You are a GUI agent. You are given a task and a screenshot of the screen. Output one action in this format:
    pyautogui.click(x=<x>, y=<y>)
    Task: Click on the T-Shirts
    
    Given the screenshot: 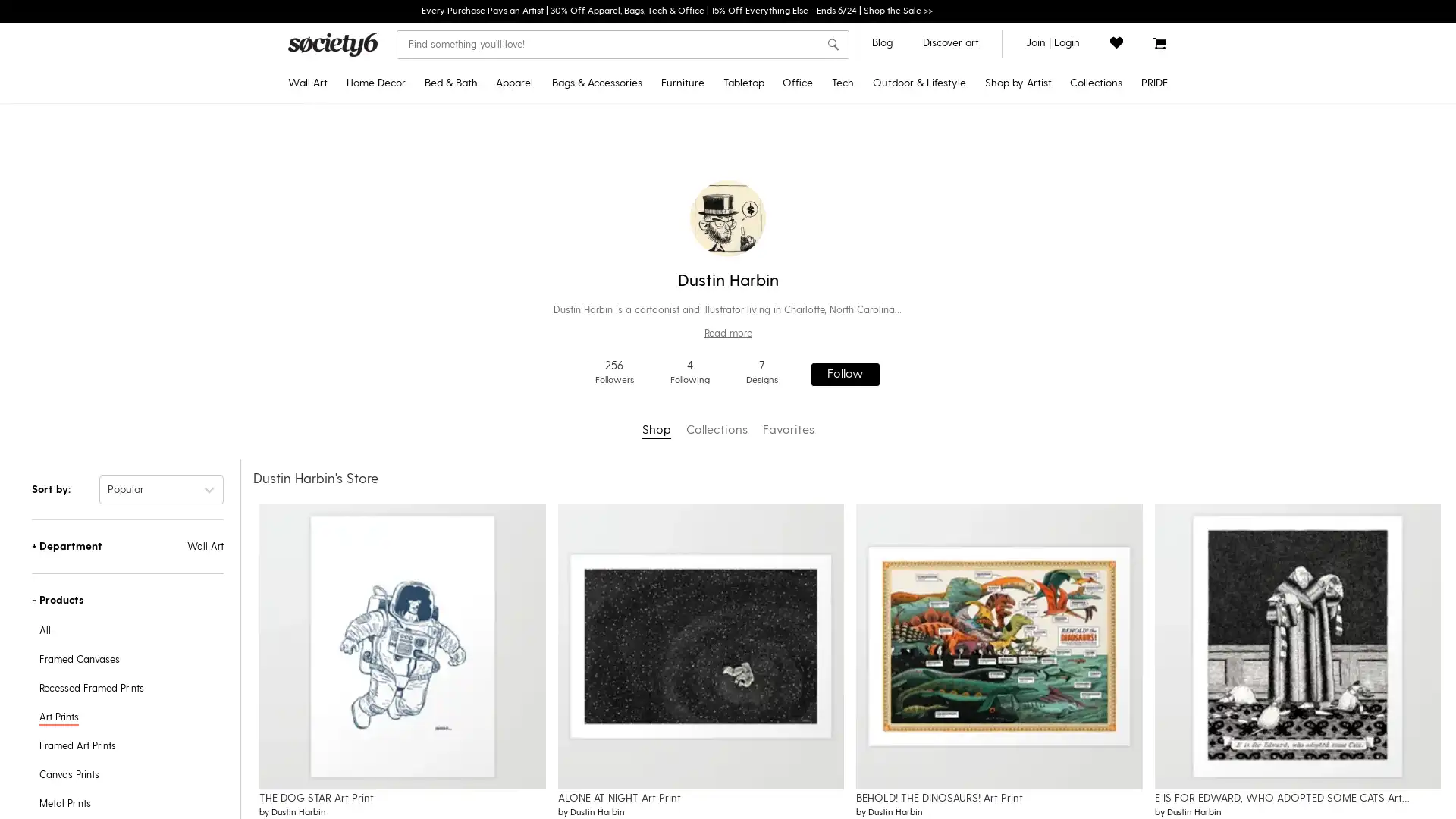 What is the action you would take?
    pyautogui.click(x=562, y=121)
    